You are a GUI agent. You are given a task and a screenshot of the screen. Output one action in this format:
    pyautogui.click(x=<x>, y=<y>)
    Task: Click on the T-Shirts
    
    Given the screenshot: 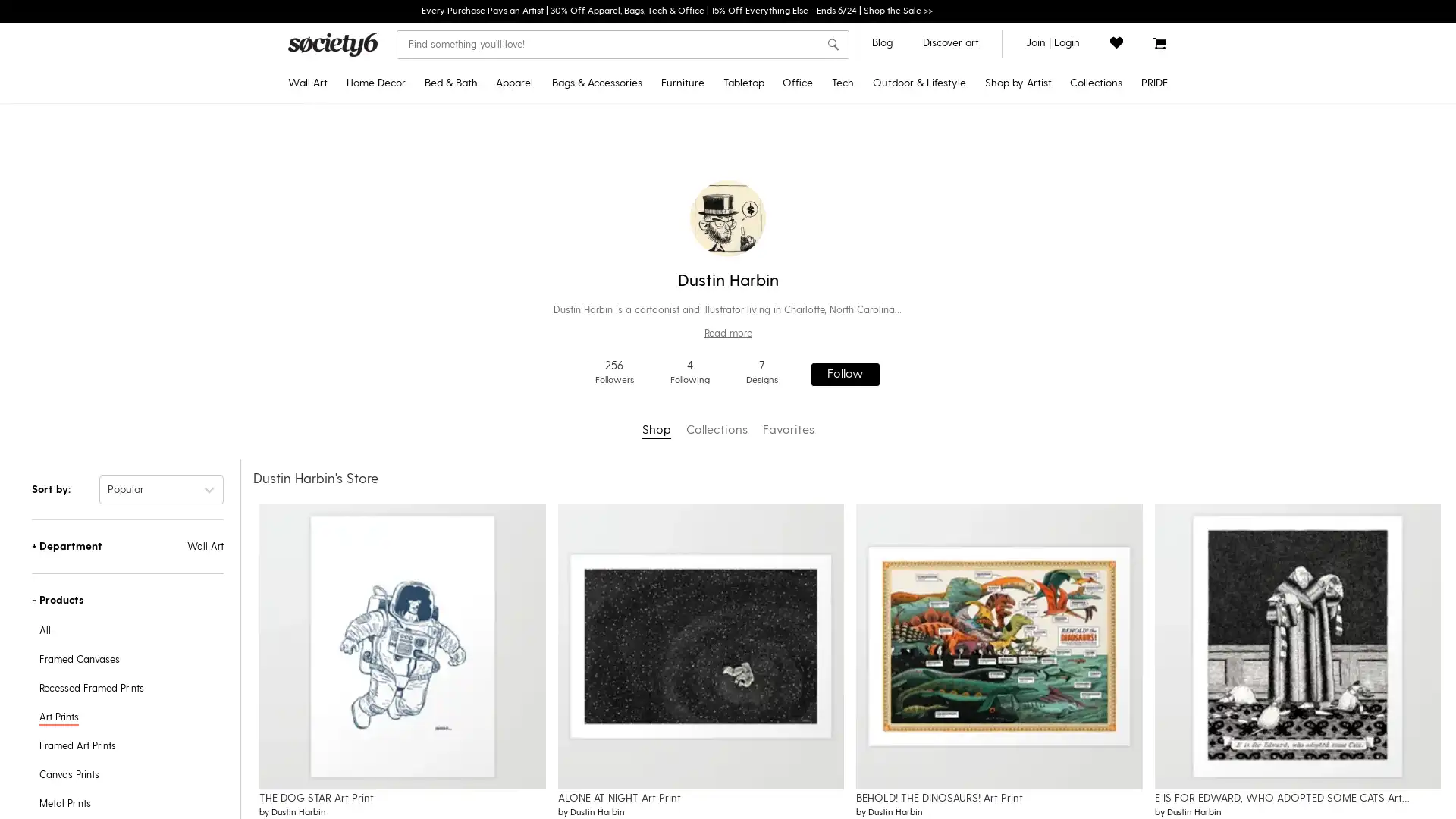 What is the action you would take?
    pyautogui.click(x=562, y=121)
    